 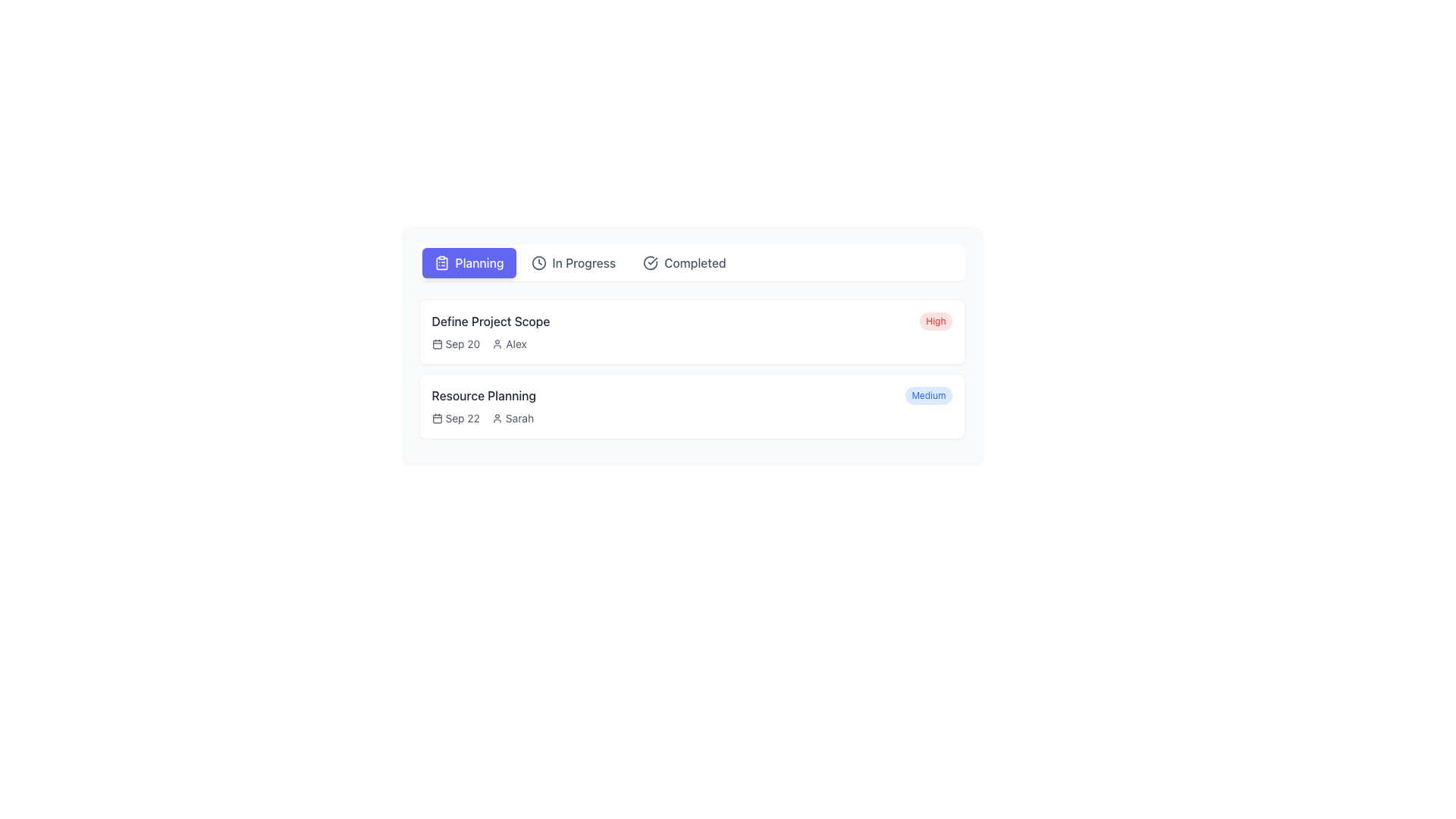 I want to click on the static text label that serves as a title for a task or item in the interface, positioned within the 'Define Project Scope' section and adjacent to the 'Medium' label, so click(x=483, y=394).